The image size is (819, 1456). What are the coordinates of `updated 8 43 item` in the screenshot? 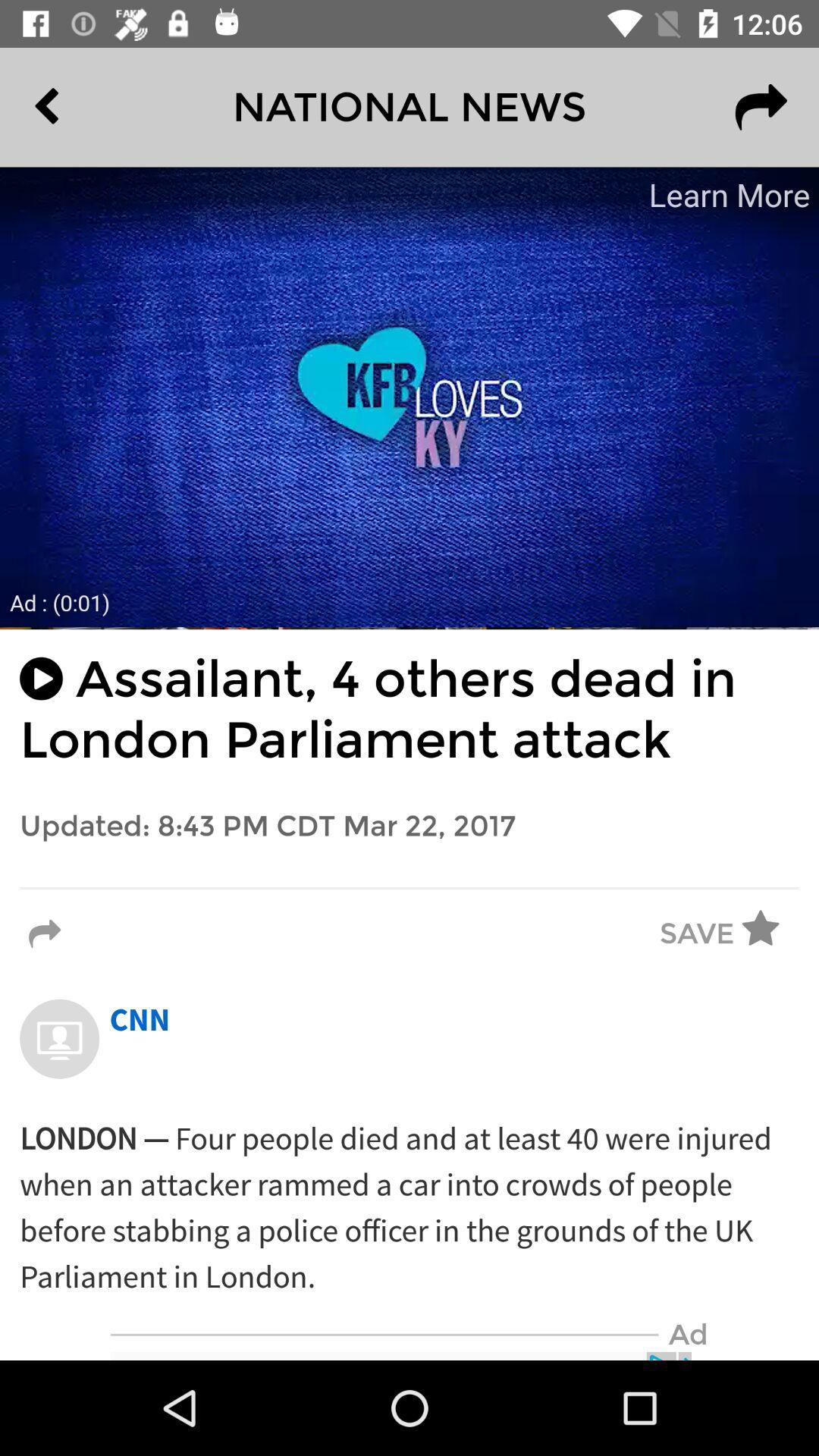 It's located at (409, 826).